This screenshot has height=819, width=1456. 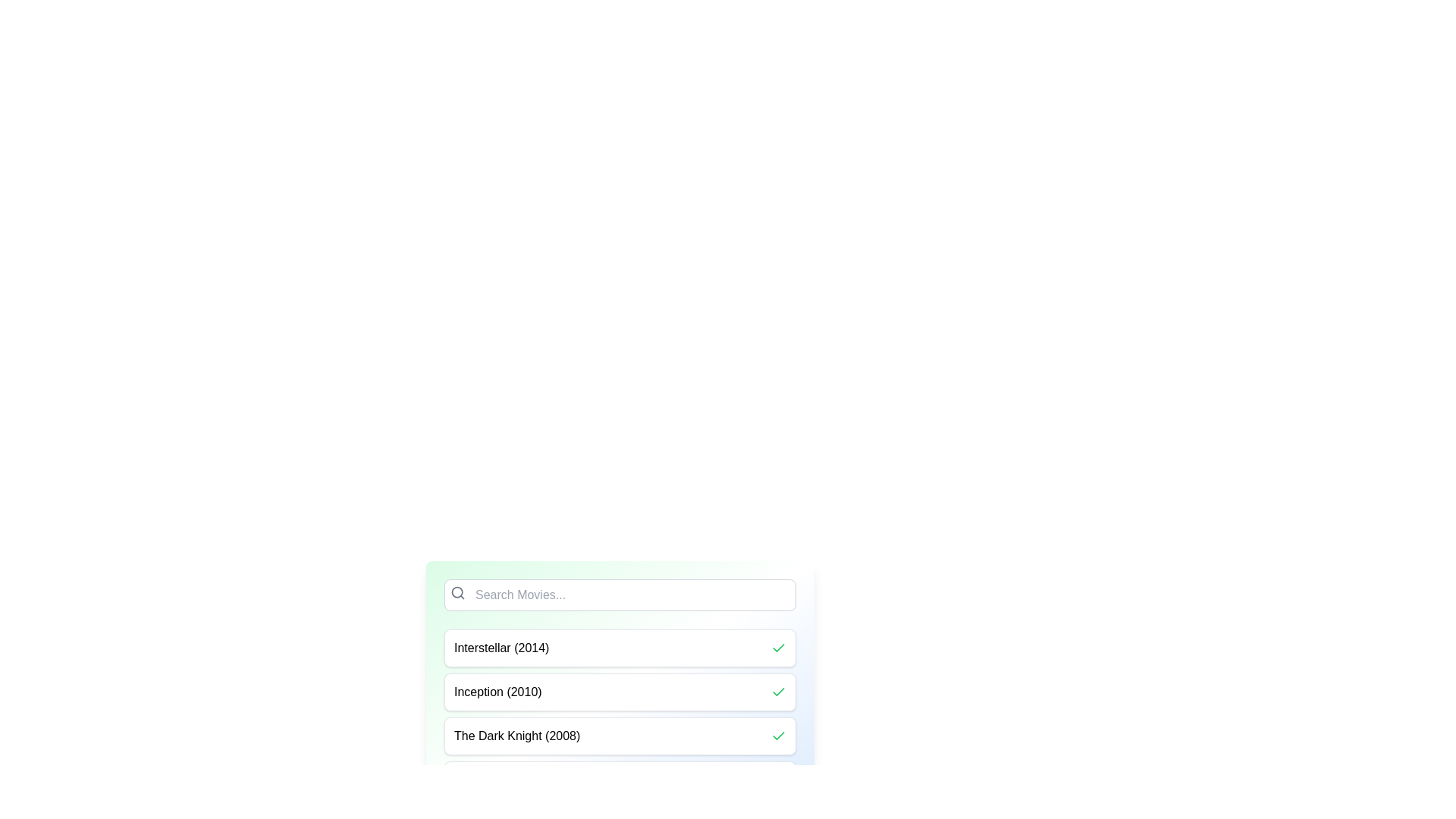 What do you see at coordinates (779, 736) in the screenshot?
I see `the confirmation icon associated with the list item labeled 'The Dark Knight (2008)'` at bounding box center [779, 736].